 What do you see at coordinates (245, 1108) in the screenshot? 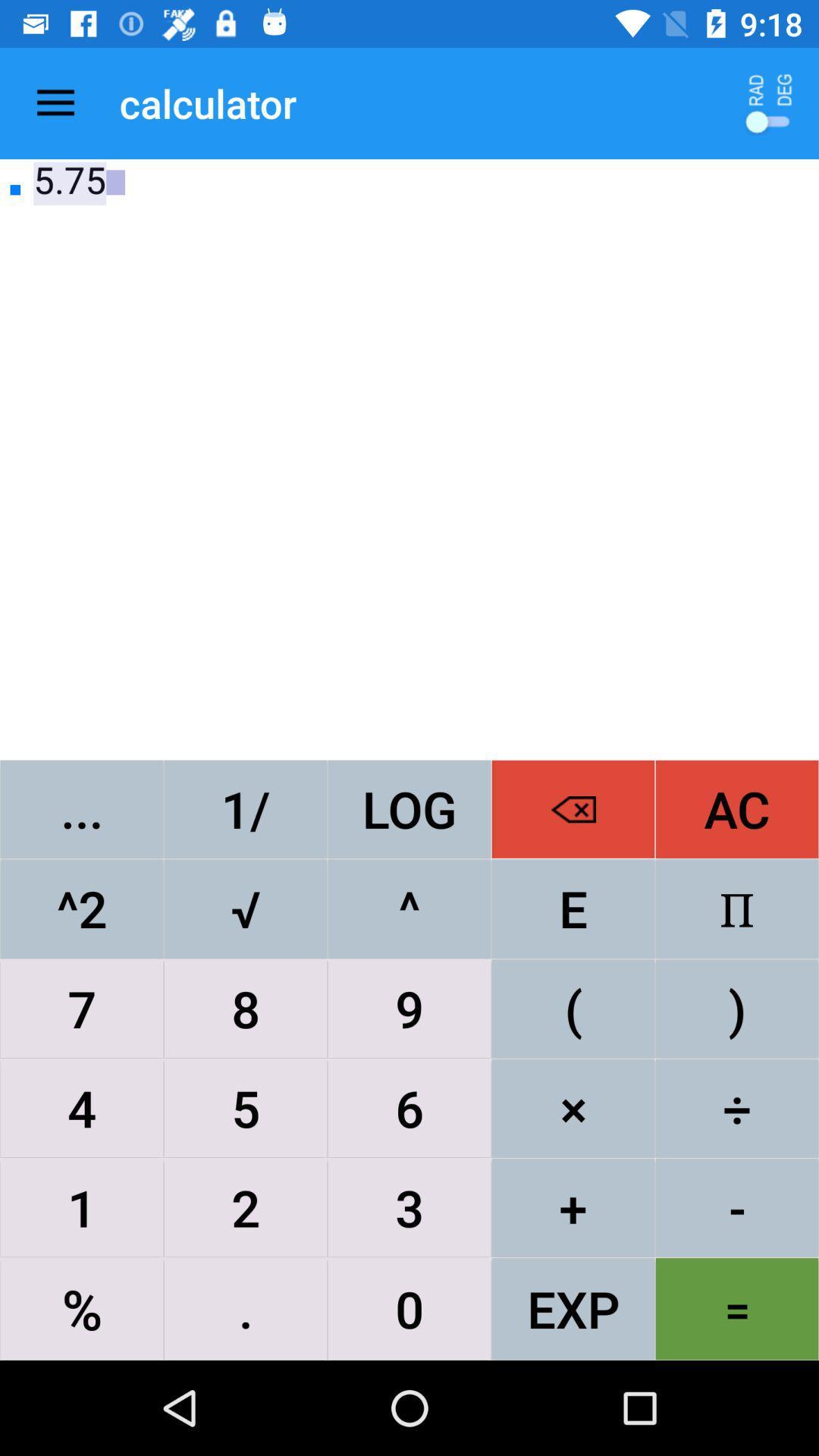
I see `the icon to the left of 9 item` at bounding box center [245, 1108].